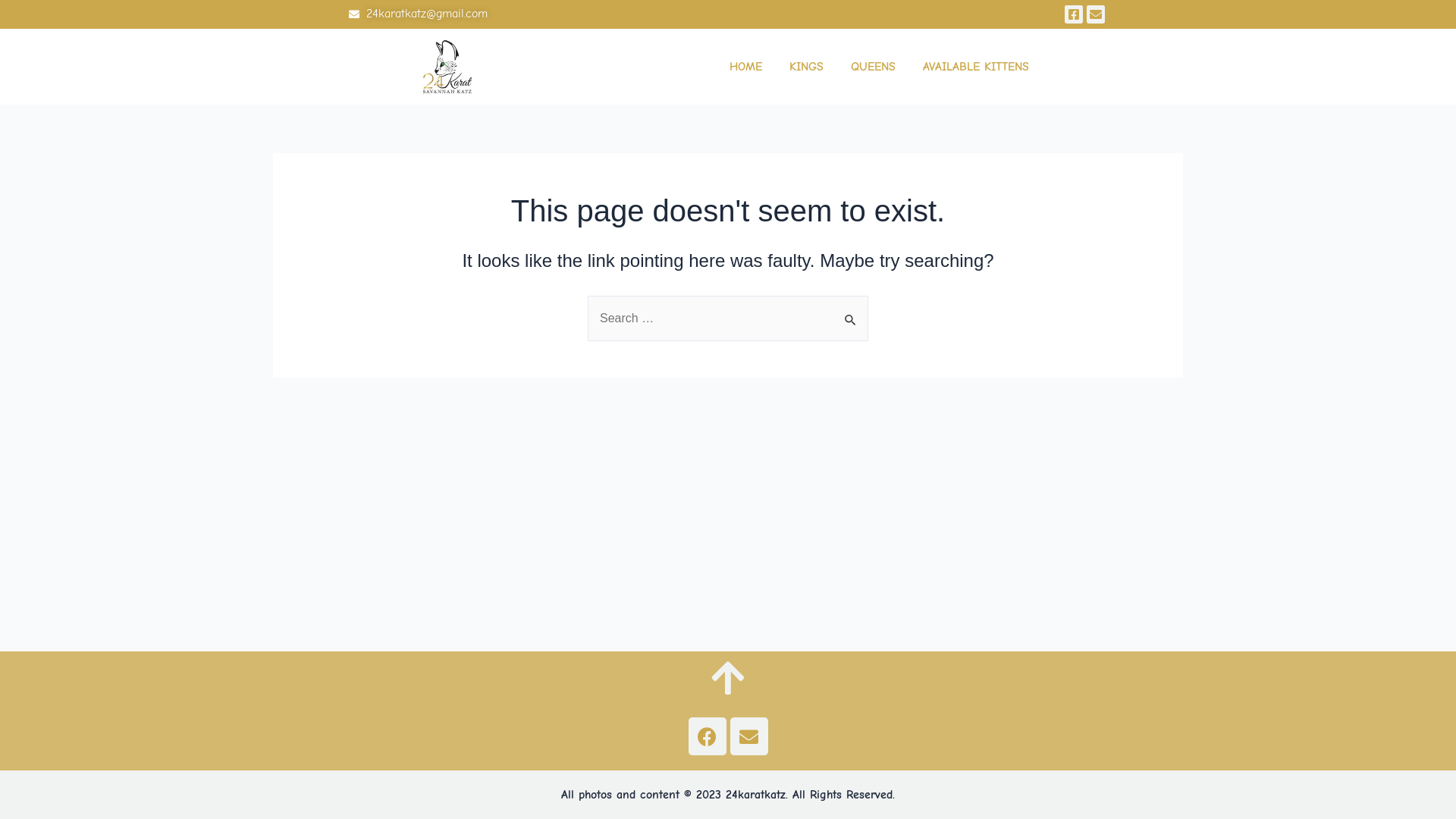  Describe the element at coordinates (537, 14) in the screenshot. I see `'24karatkatz@gmail.com'` at that location.